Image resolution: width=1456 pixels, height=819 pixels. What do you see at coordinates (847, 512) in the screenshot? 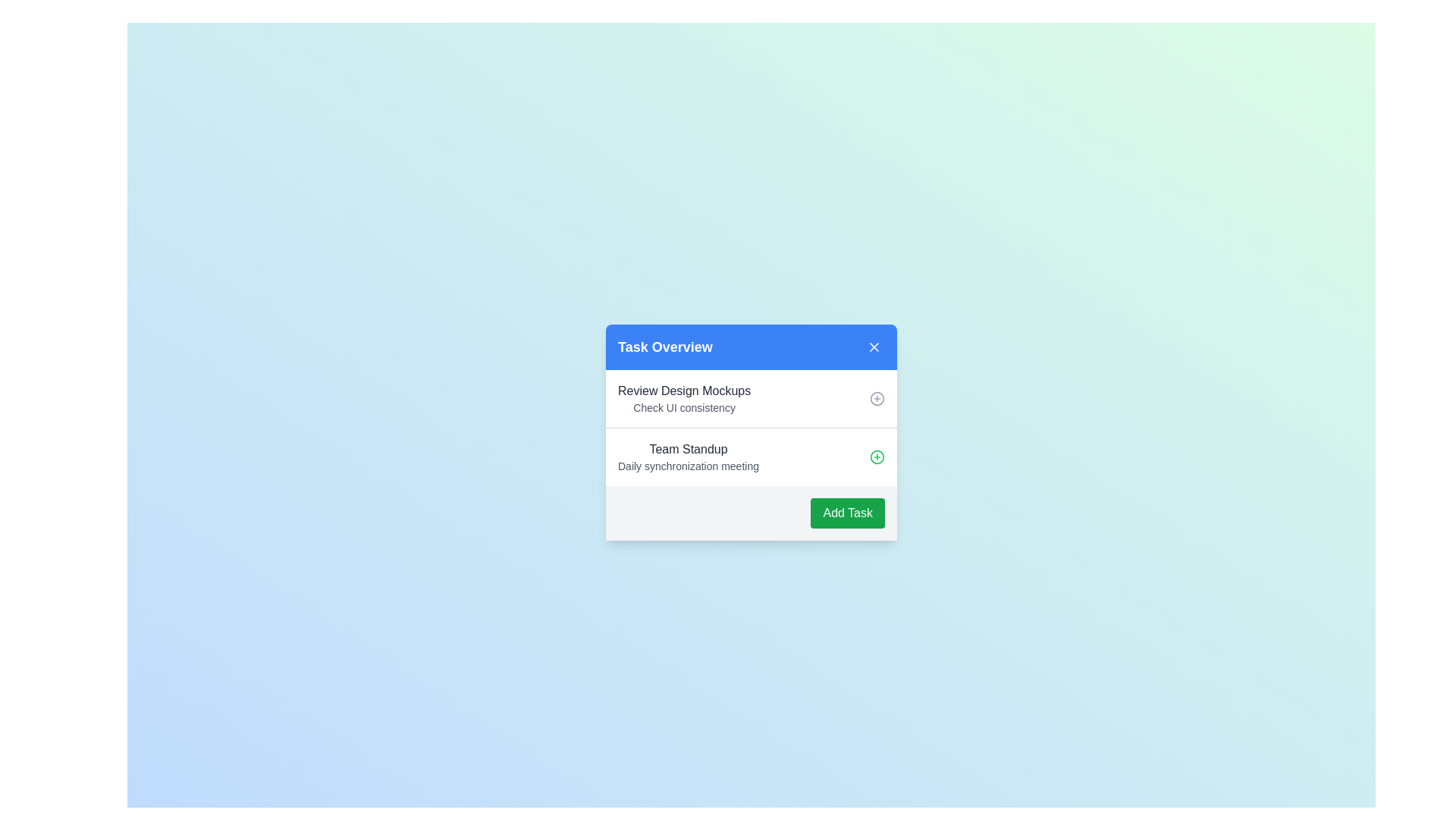
I see `the 'Add Task' button` at bounding box center [847, 512].